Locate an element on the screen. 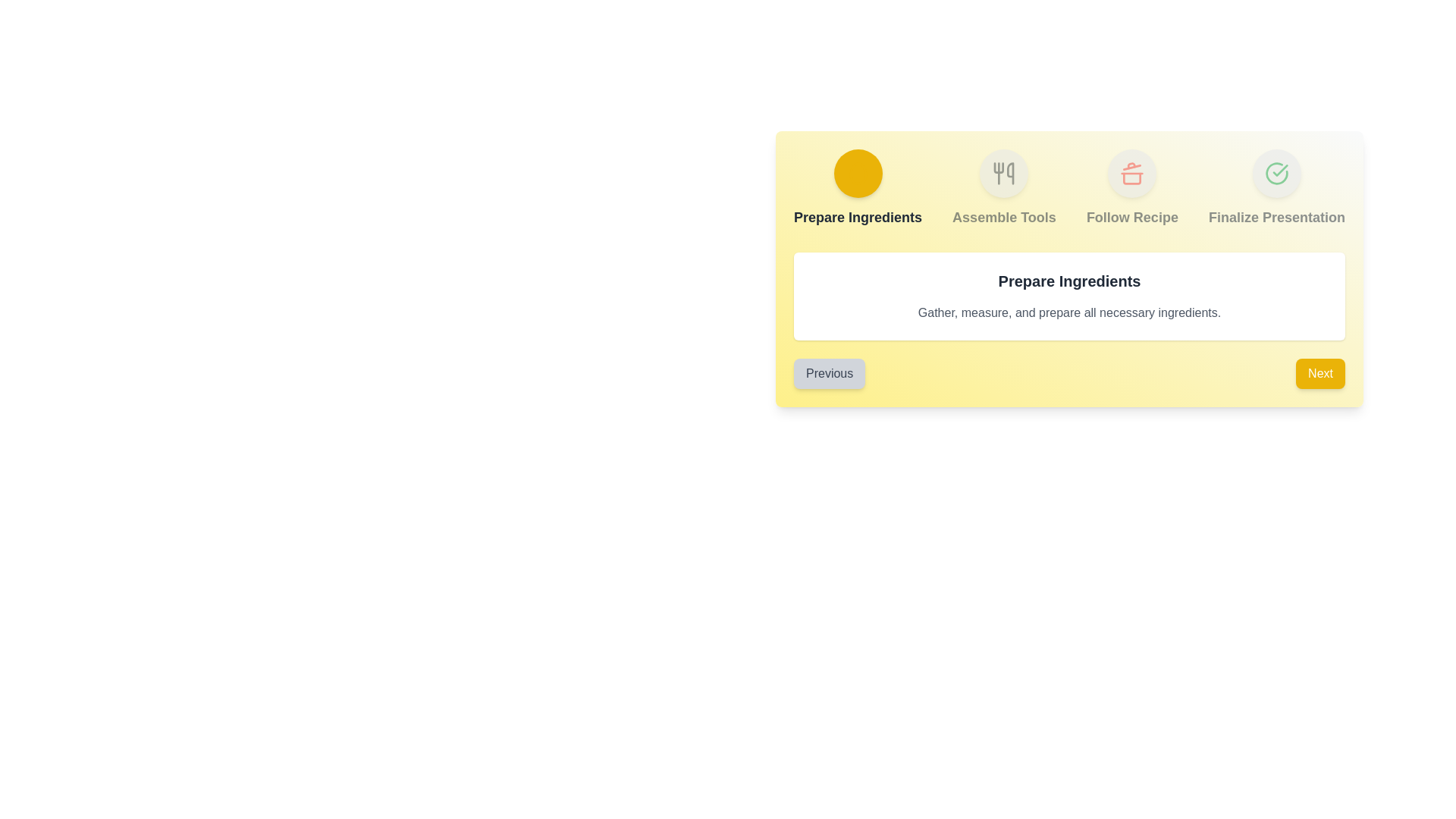 Image resolution: width=1456 pixels, height=819 pixels. the completion icon labeled 'Finalize Presentation' located at the top-right of the icon group is located at coordinates (1276, 172).